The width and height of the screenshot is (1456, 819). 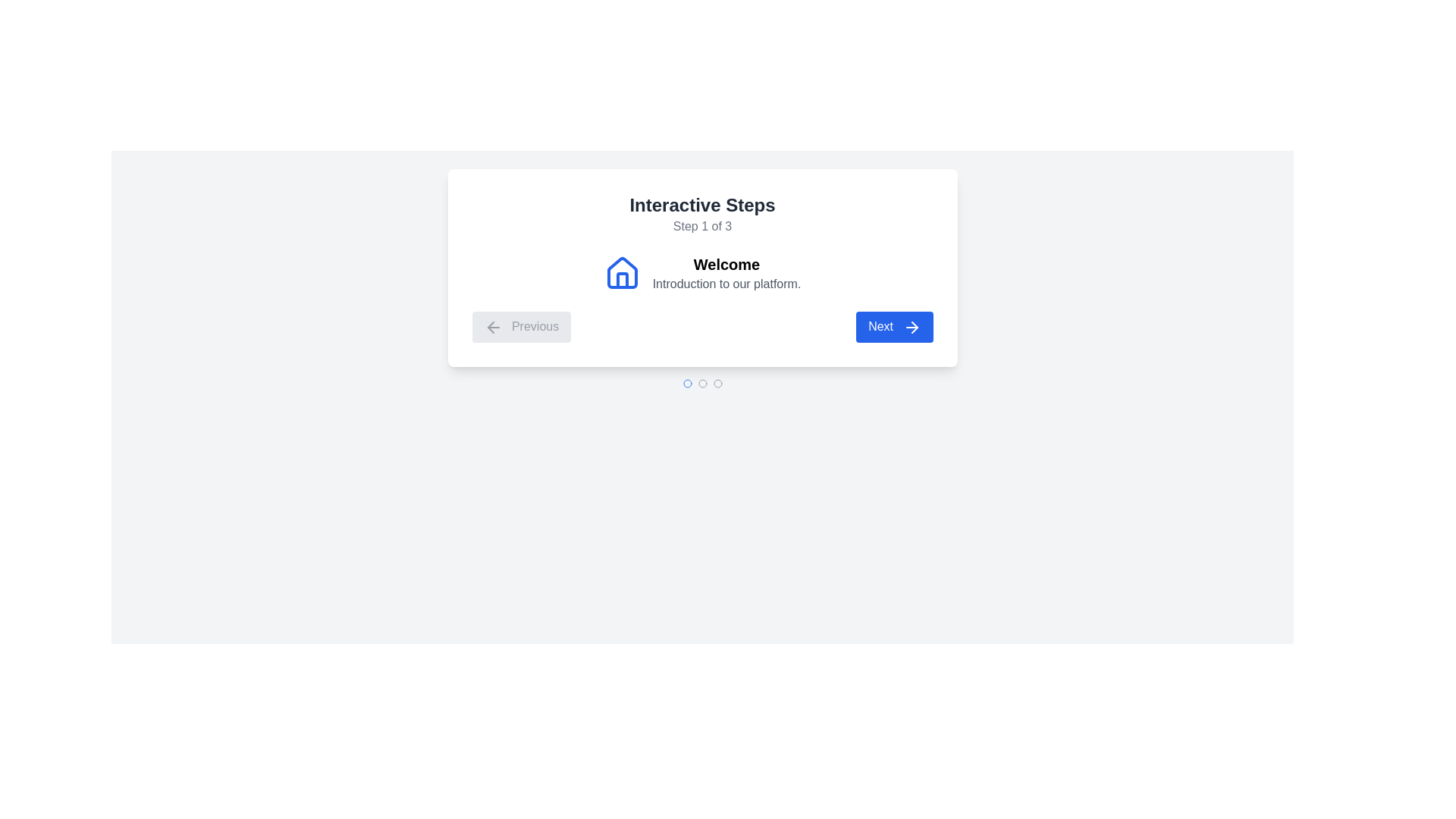 What do you see at coordinates (701, 382) in the screenshot?
I see `the filled gray circle of the Progress indicator` at bounding box center [701, 382].